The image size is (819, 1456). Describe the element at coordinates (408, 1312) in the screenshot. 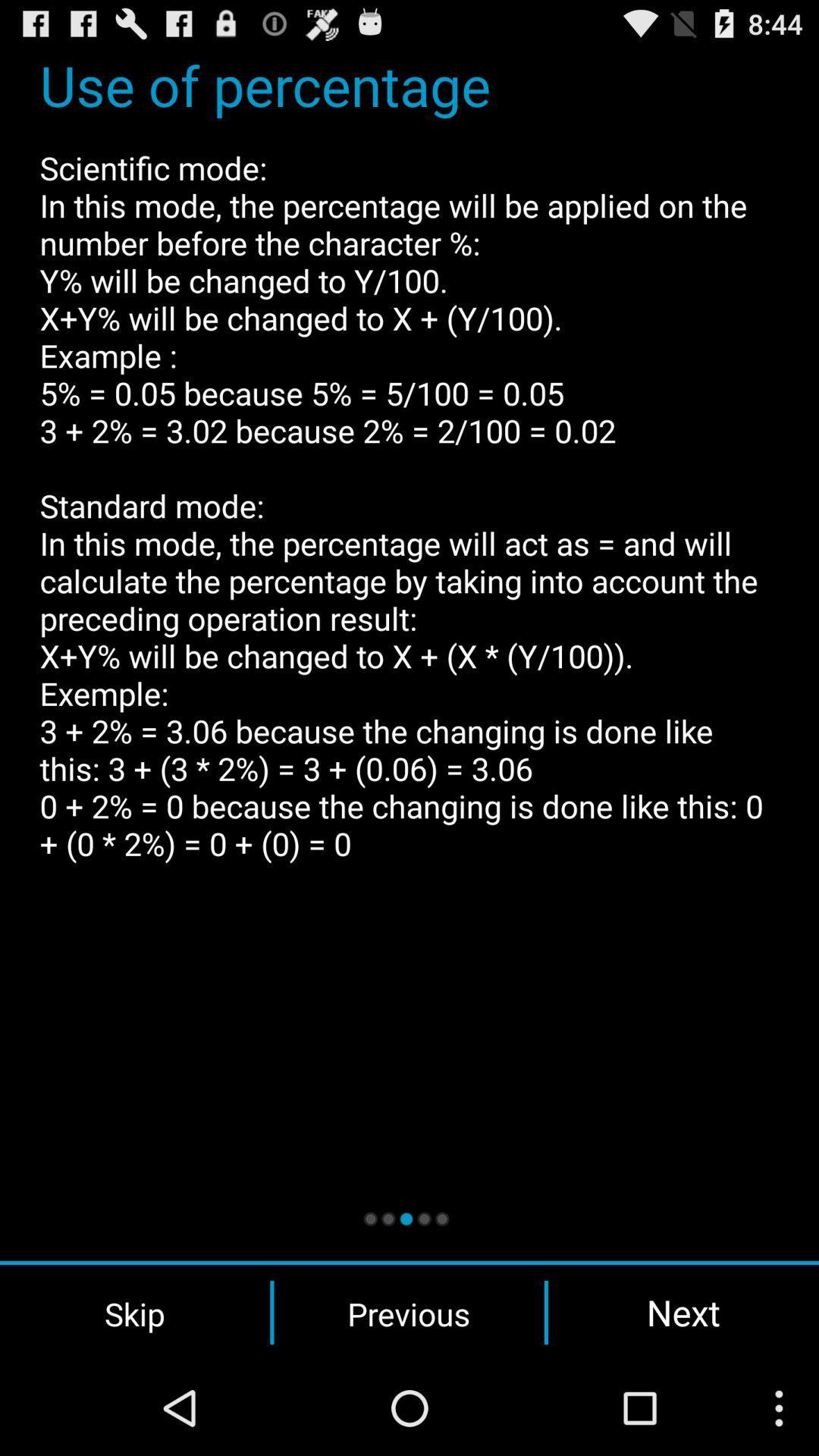

I see `previous icon` at that location.